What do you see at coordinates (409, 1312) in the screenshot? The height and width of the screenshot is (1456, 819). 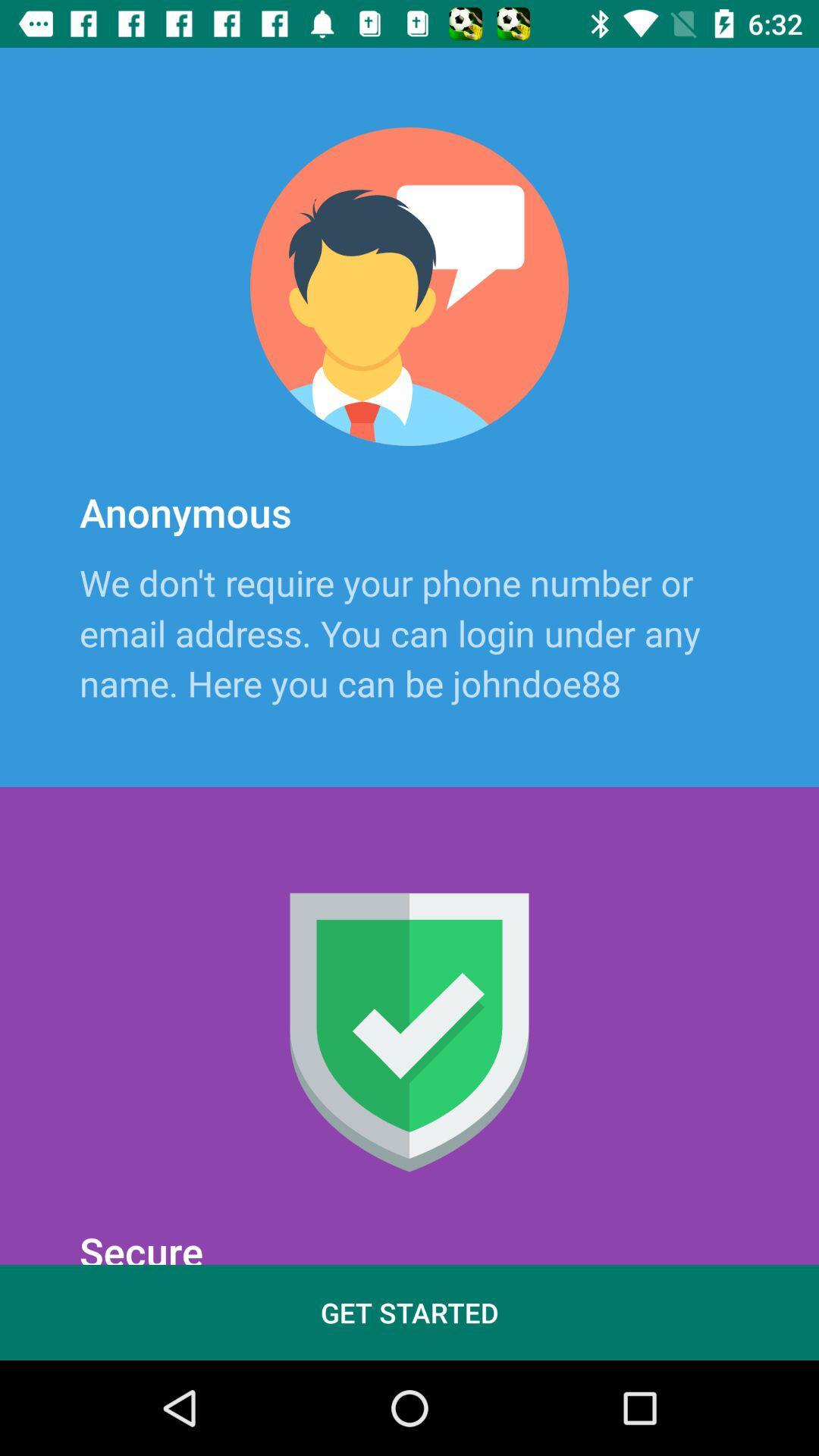 I see `get started` at bounding box center [409, 1312].